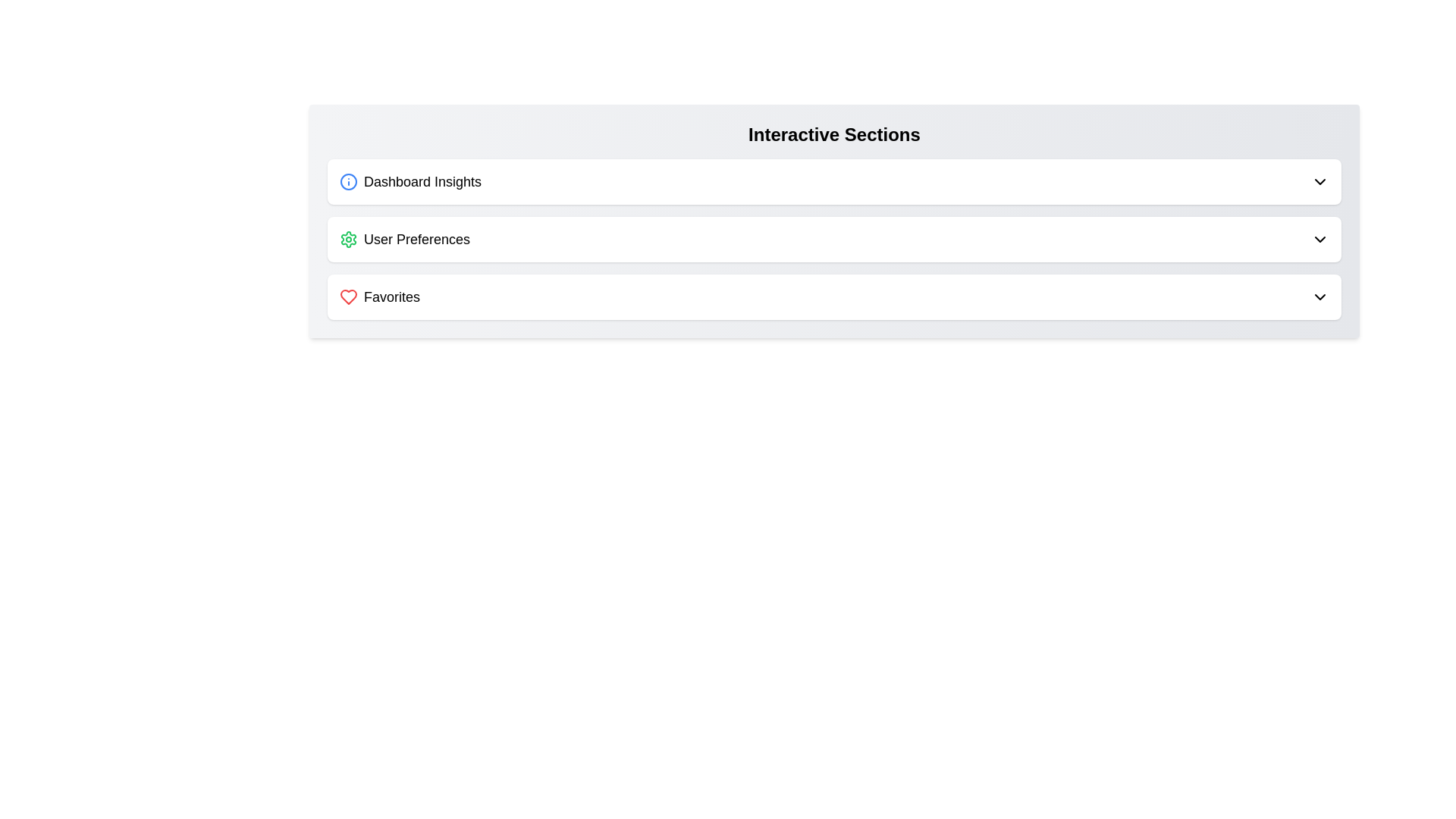 Image resolution: width=1456 pixels, height=819 pixels. What do you see at coordinates (348, 180) in the screenshot?
I see `the SVG Circle located at the center of the top-left button labeled 'Dashboard Insights', which is part of an informational icon with a blue stroke` at bounding box center [348, 180].